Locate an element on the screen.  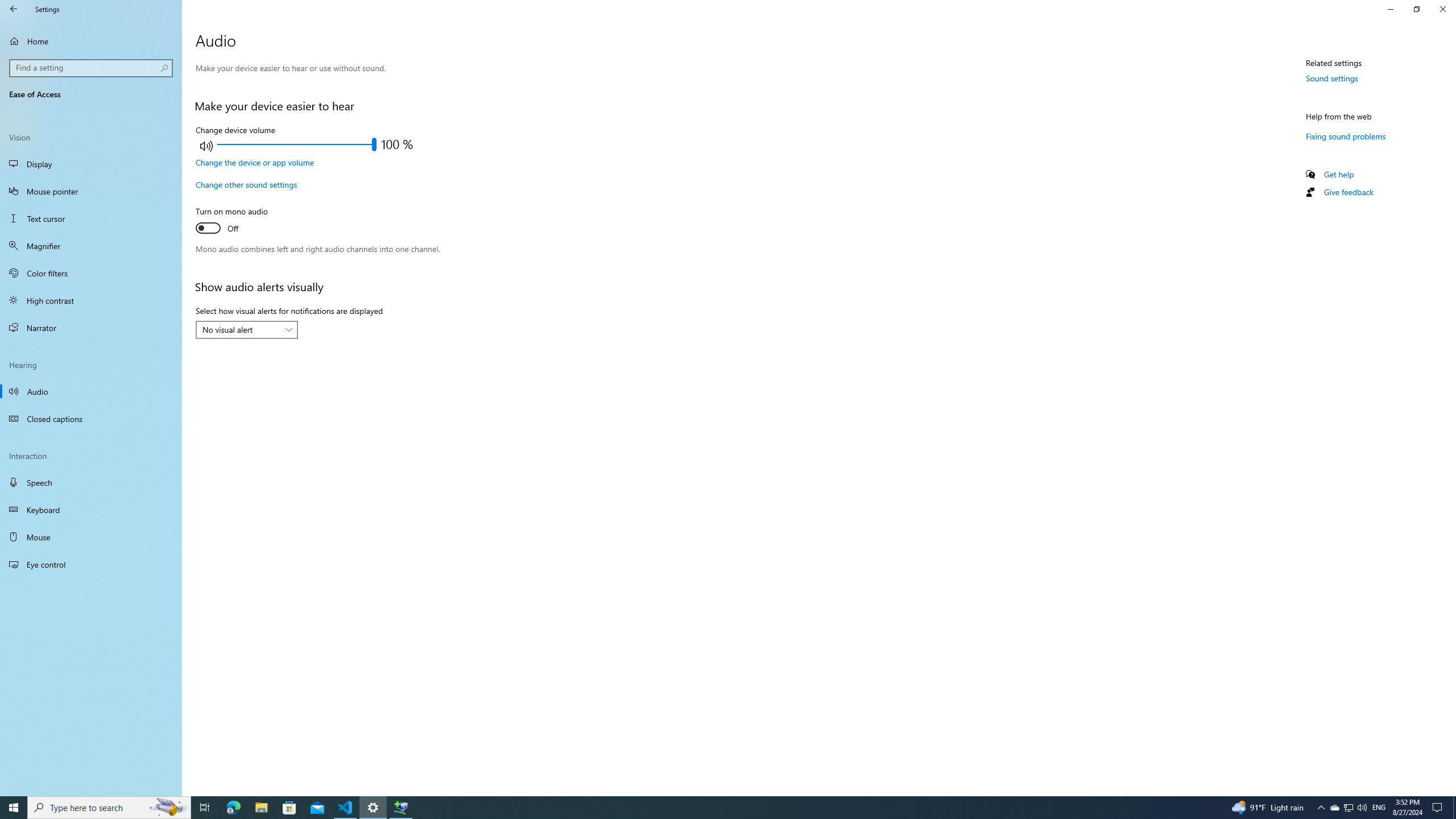
'Change device volume' is located at coordinates (296, 144).